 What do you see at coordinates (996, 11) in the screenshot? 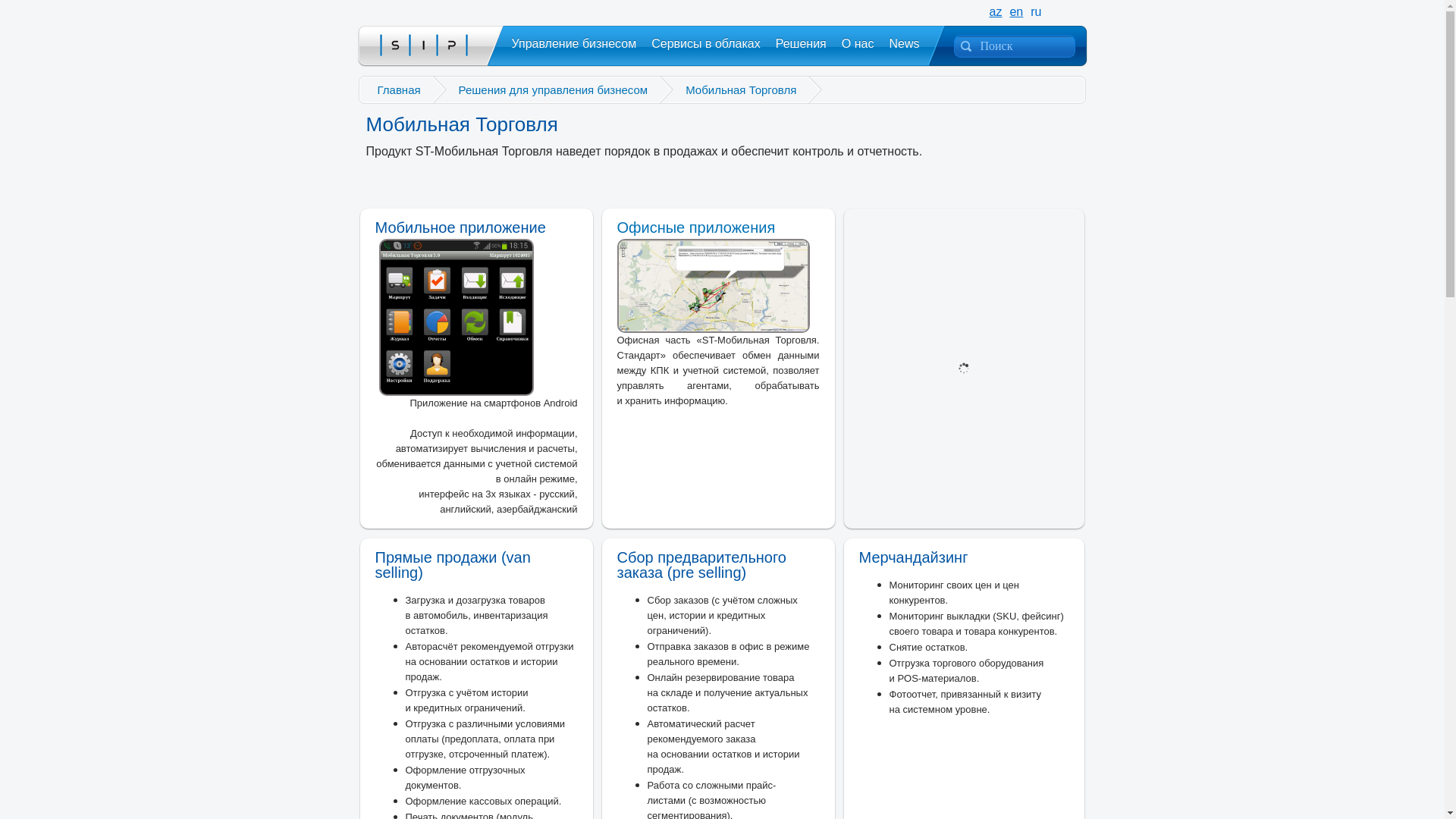
I see `'az'` at bounding box center [996, 11].